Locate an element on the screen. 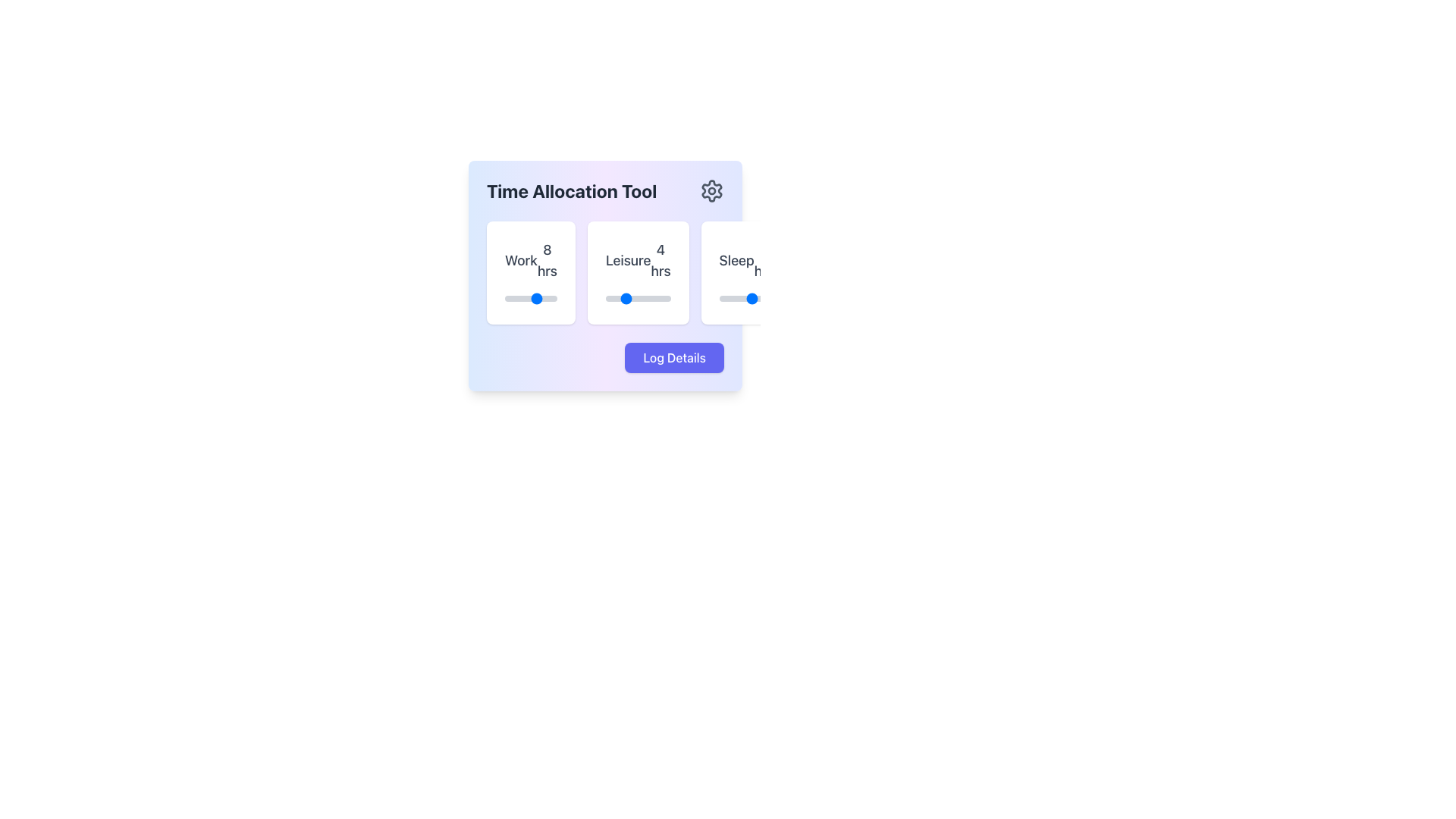 The height and width of the screenshot is (819, 1456). the text element displaying 'Sleep', which is a medium-sized, bold, gray header positioned to the left of '8 hrs' within a card-like structure is located at coordinates (736, 259).